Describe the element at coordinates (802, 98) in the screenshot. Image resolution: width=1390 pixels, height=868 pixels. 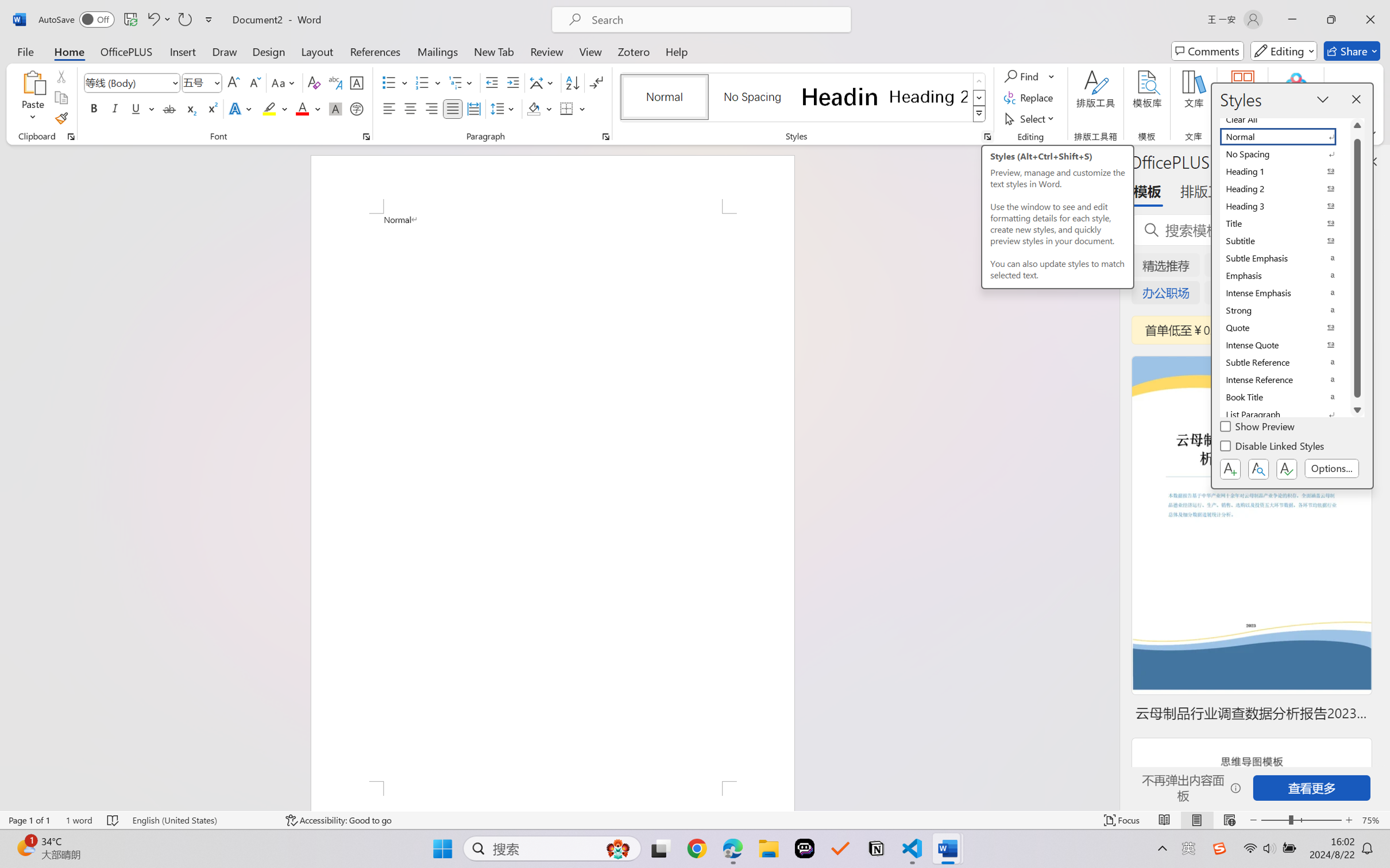
I see `'AutomationID: QuickStylesGallery'` at that location.